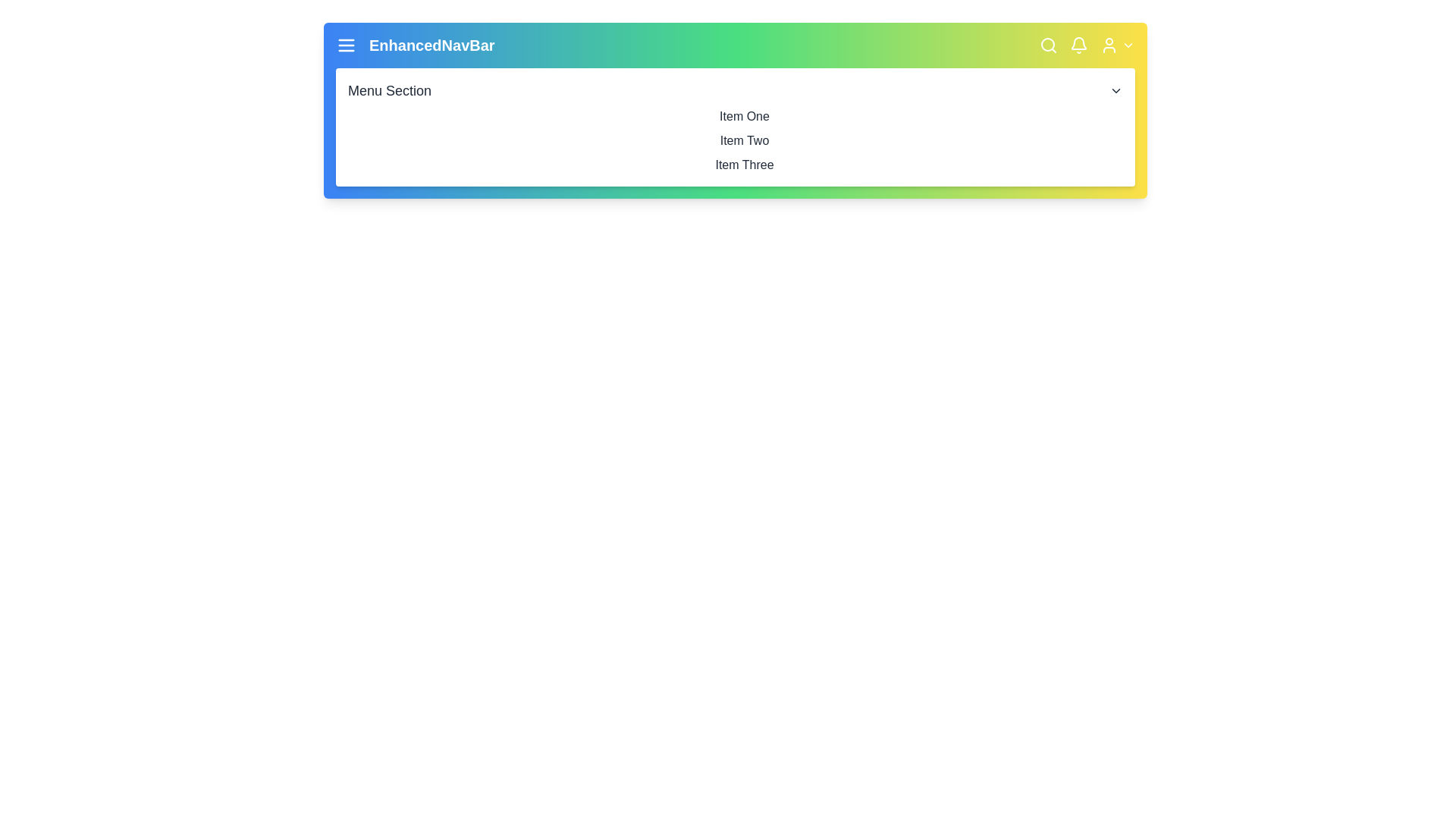  I want to click on the 'Bell' icon for notifications, so click(1078, 45).